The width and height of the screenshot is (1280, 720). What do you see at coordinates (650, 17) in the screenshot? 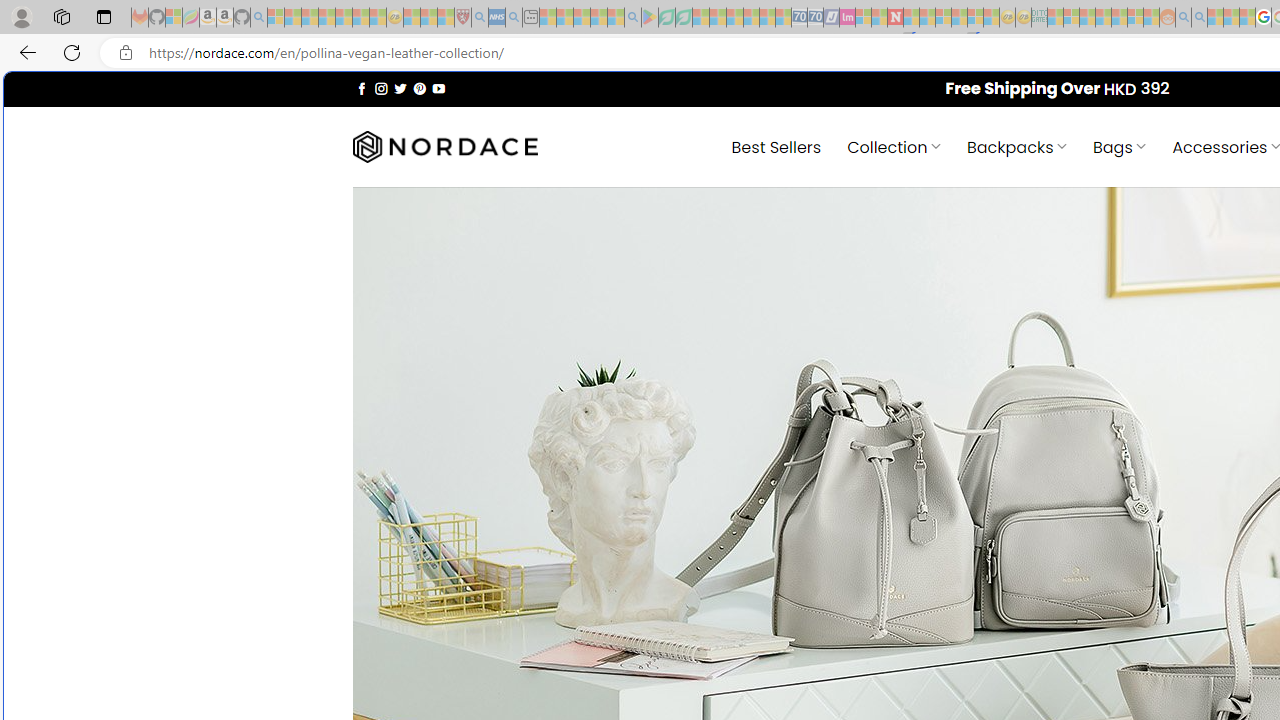
I see `'Bluey: Let'` at bounding box center [650, 17].